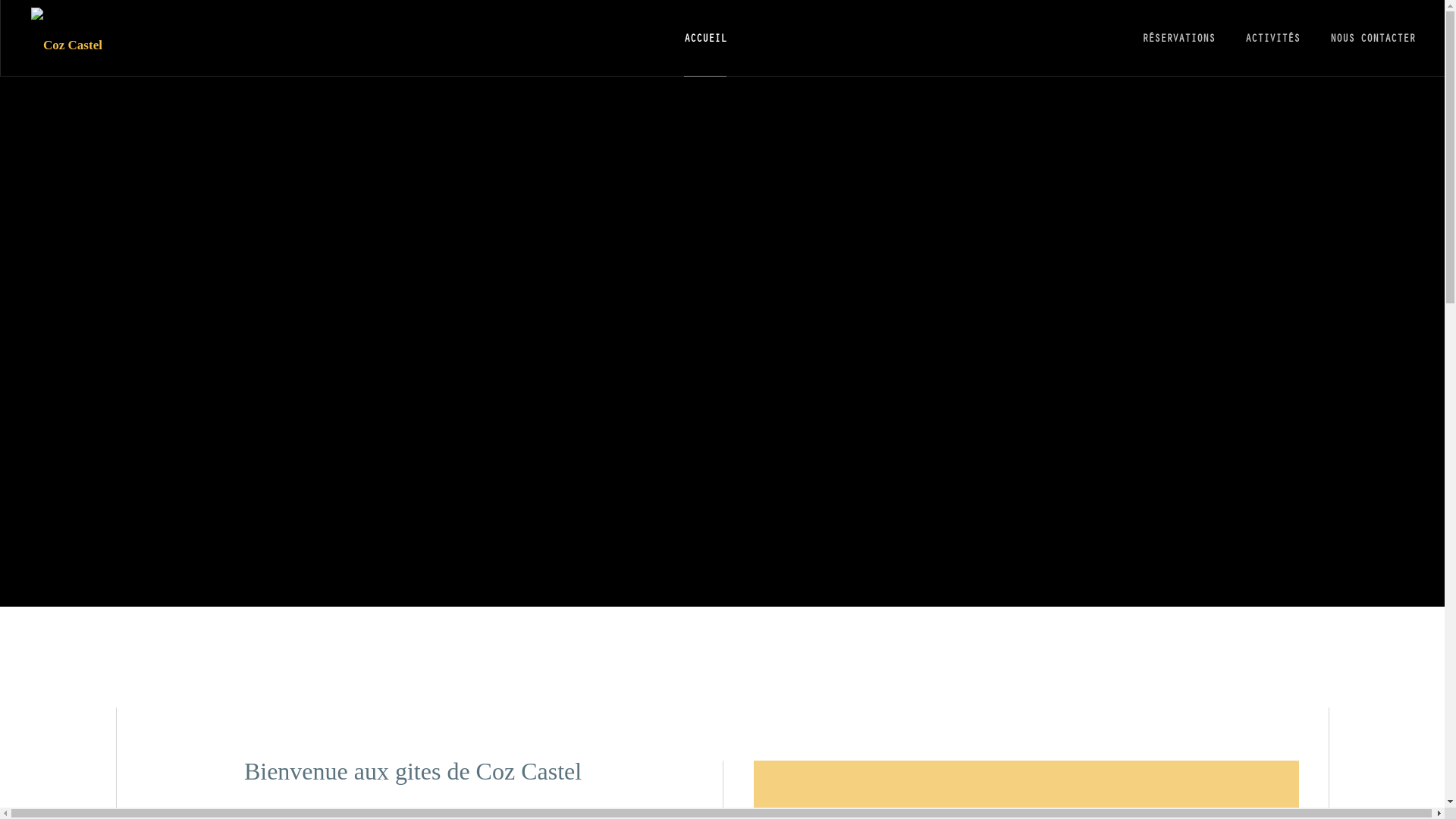 This screenshot has height=819, width=1456. I want to click on 'ACCUEIL', so click(683, 37).